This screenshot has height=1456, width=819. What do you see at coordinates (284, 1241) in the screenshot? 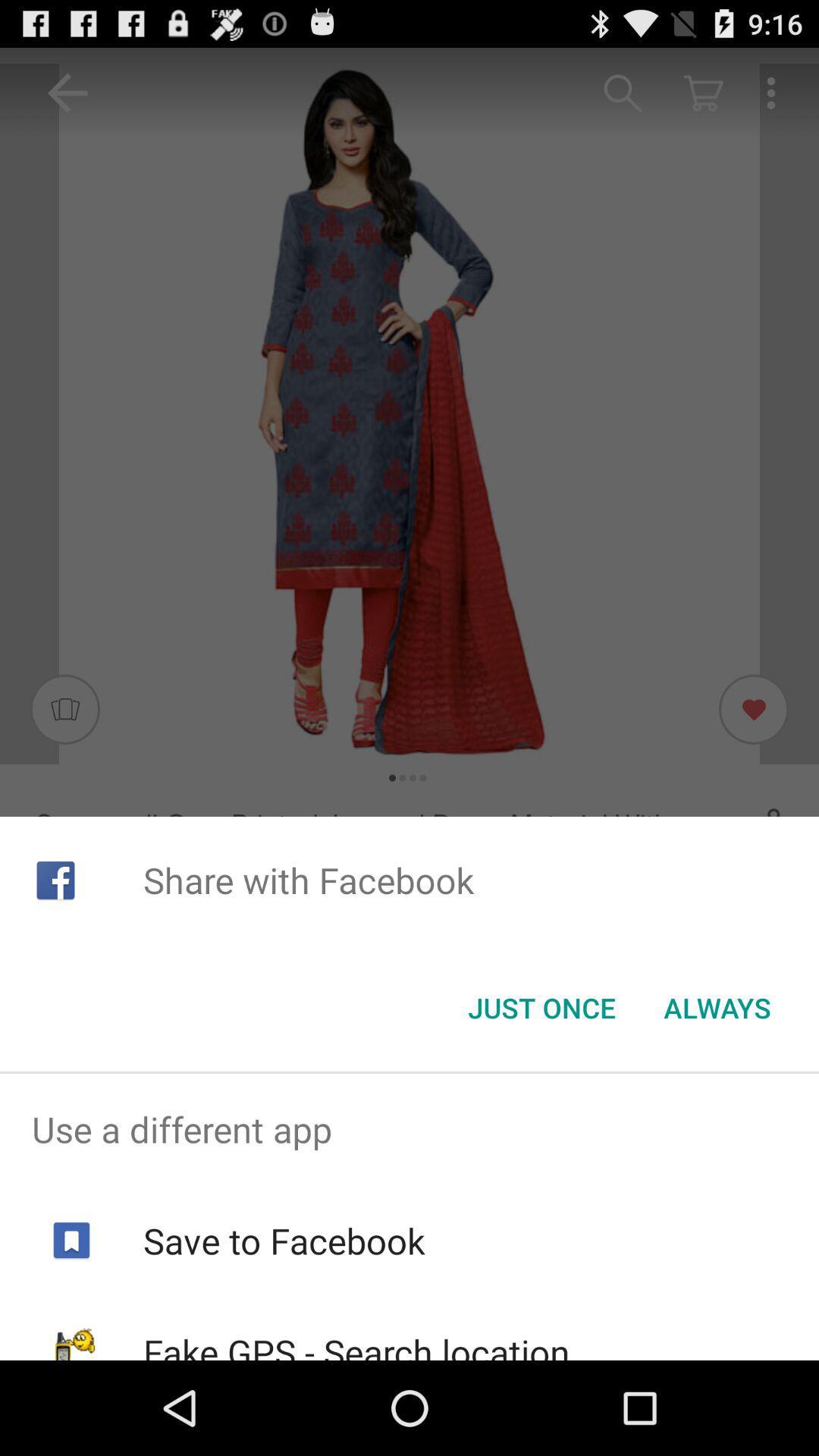
I see `icon below use a different app` at bounding box center [284, 1241].